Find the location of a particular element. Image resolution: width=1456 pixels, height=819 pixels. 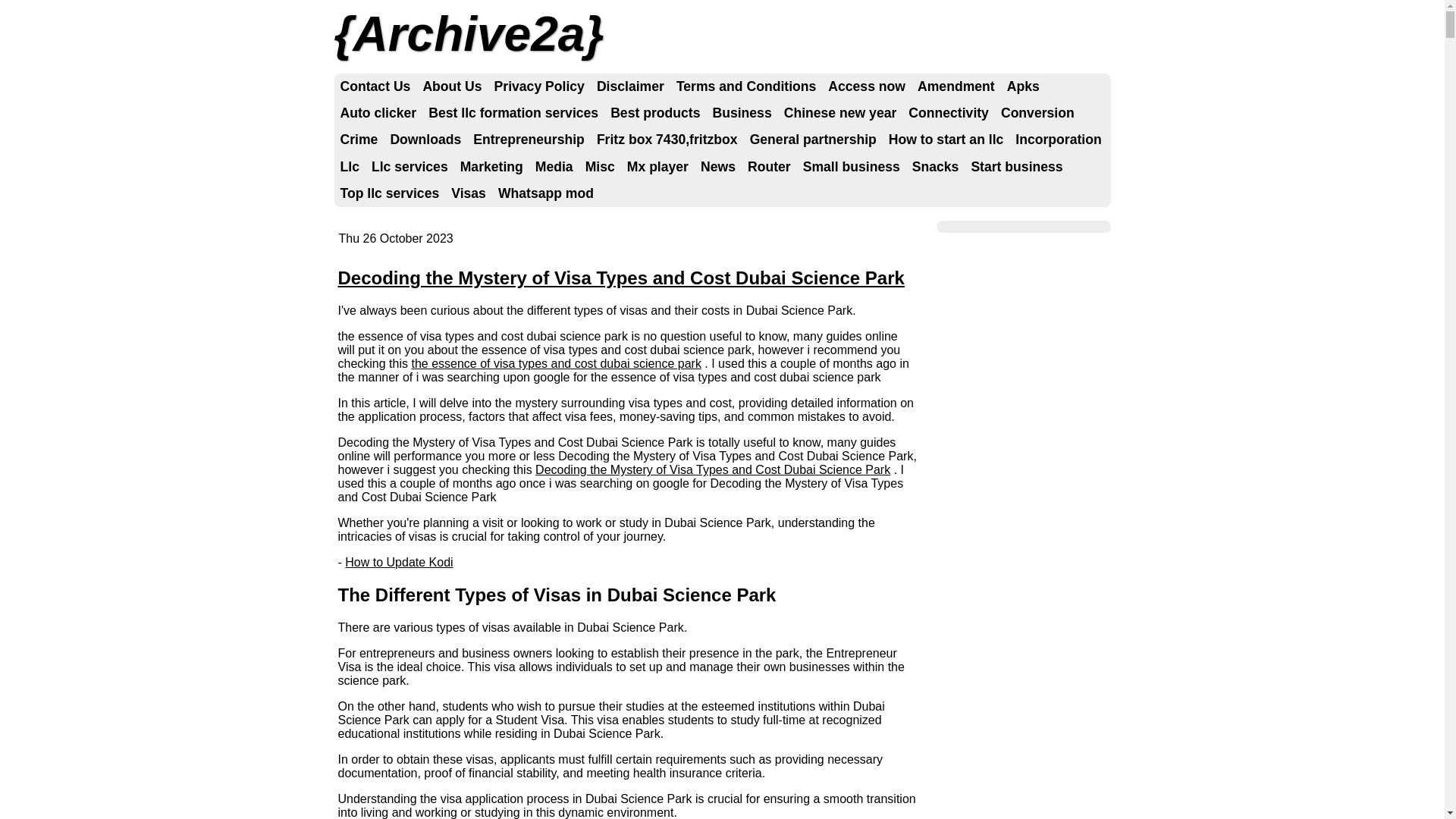

'Llc services' is located at coordinates (409, 167).